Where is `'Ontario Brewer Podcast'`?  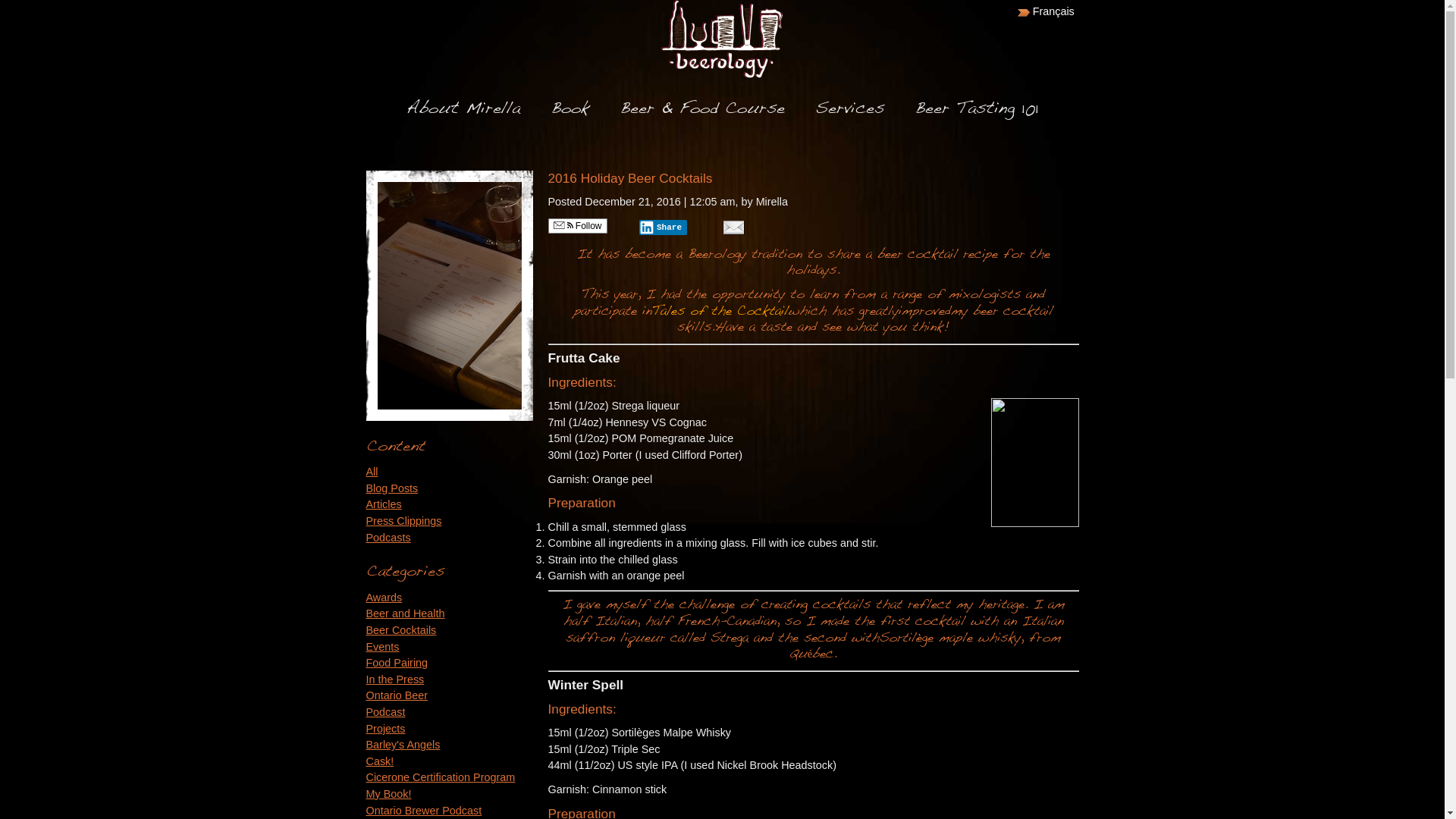
'Ontario Brewer Podcast' is located at coordinates (423, 809).